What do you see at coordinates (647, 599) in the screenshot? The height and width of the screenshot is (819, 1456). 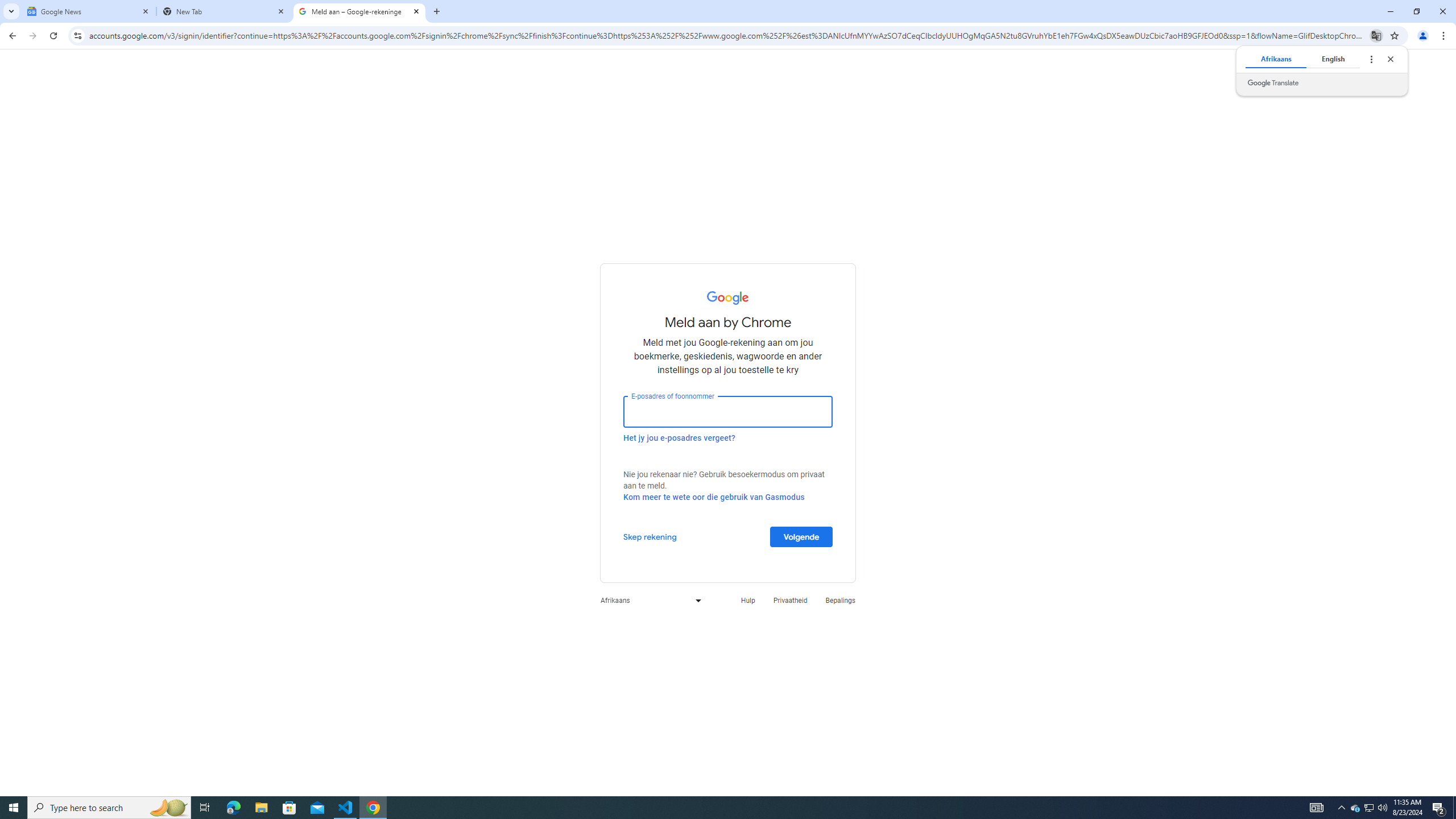 I see `'Afrikaans'` at bounding box center [647, 599].